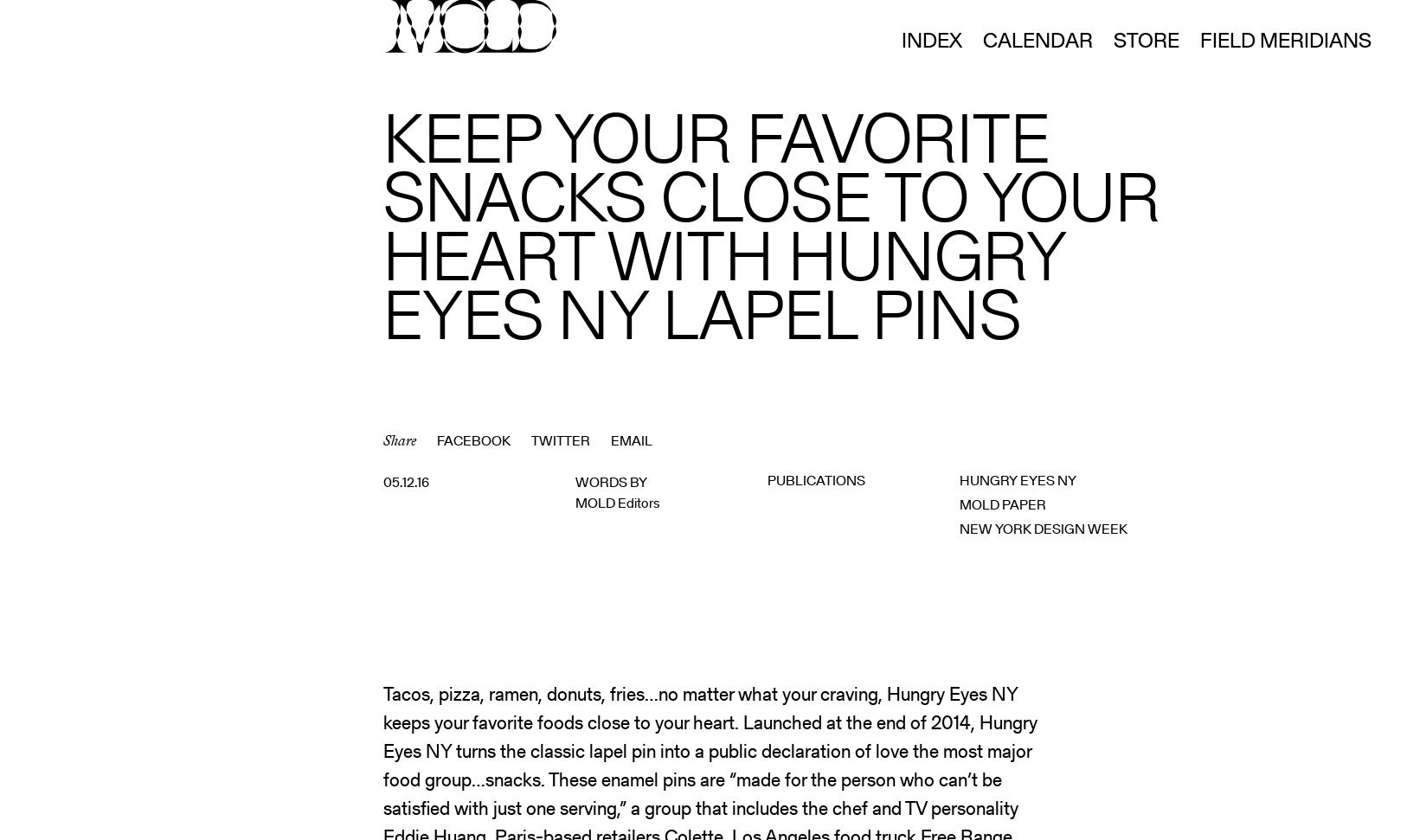 The image size is (1426, 840). Describe the element at coordinates (406, 482) in the screenshot. I see `'05.12.16'` at that location.